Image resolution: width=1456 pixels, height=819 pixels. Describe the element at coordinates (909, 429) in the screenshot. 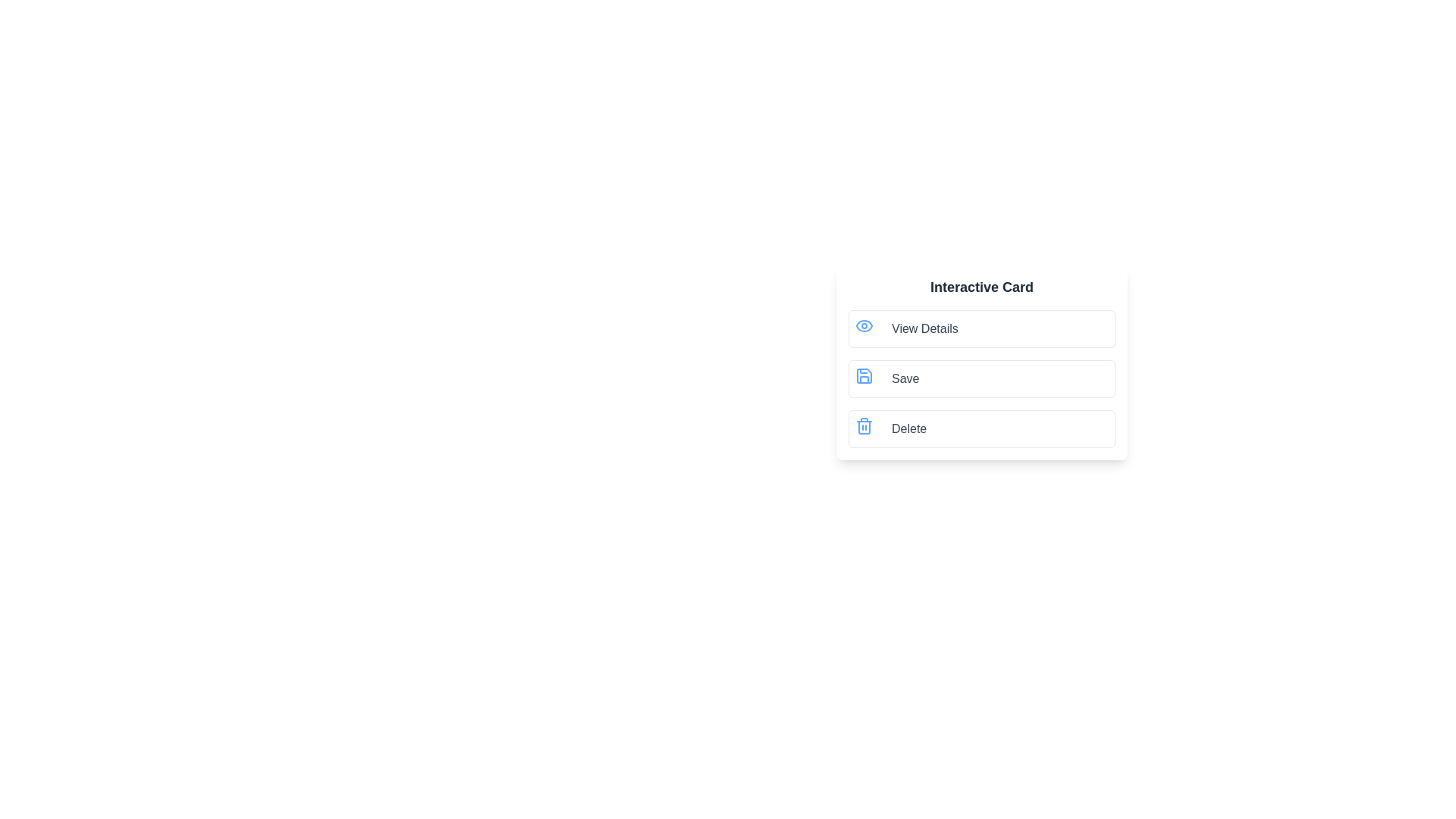

I see `the 'Delete' text label, which is part of a button group in a card-like interface, located to the right of a trash can icon and below the 'Save' button` at that location.